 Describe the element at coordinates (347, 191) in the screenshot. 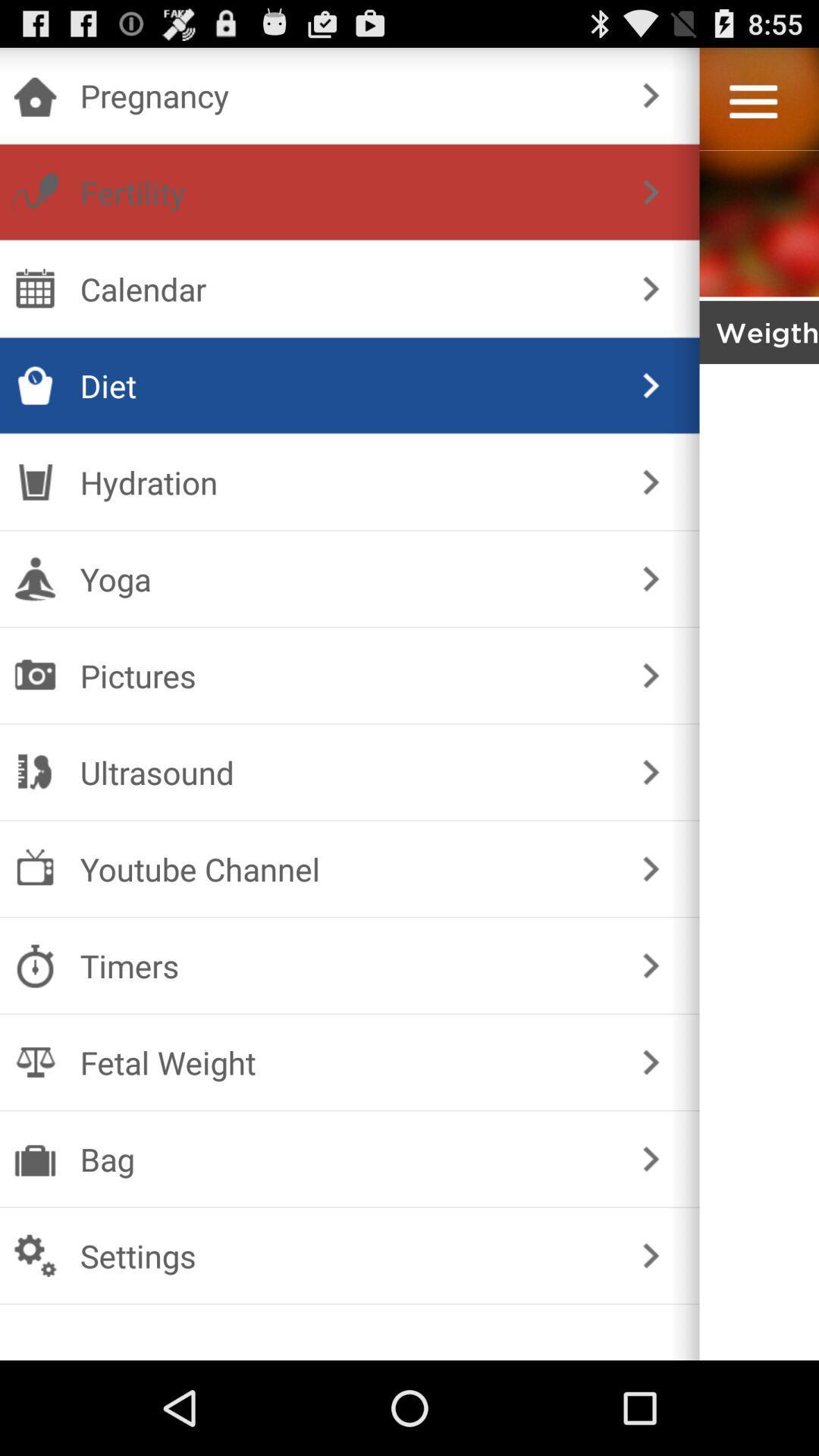

I see `the item above the calendar item` at that location.